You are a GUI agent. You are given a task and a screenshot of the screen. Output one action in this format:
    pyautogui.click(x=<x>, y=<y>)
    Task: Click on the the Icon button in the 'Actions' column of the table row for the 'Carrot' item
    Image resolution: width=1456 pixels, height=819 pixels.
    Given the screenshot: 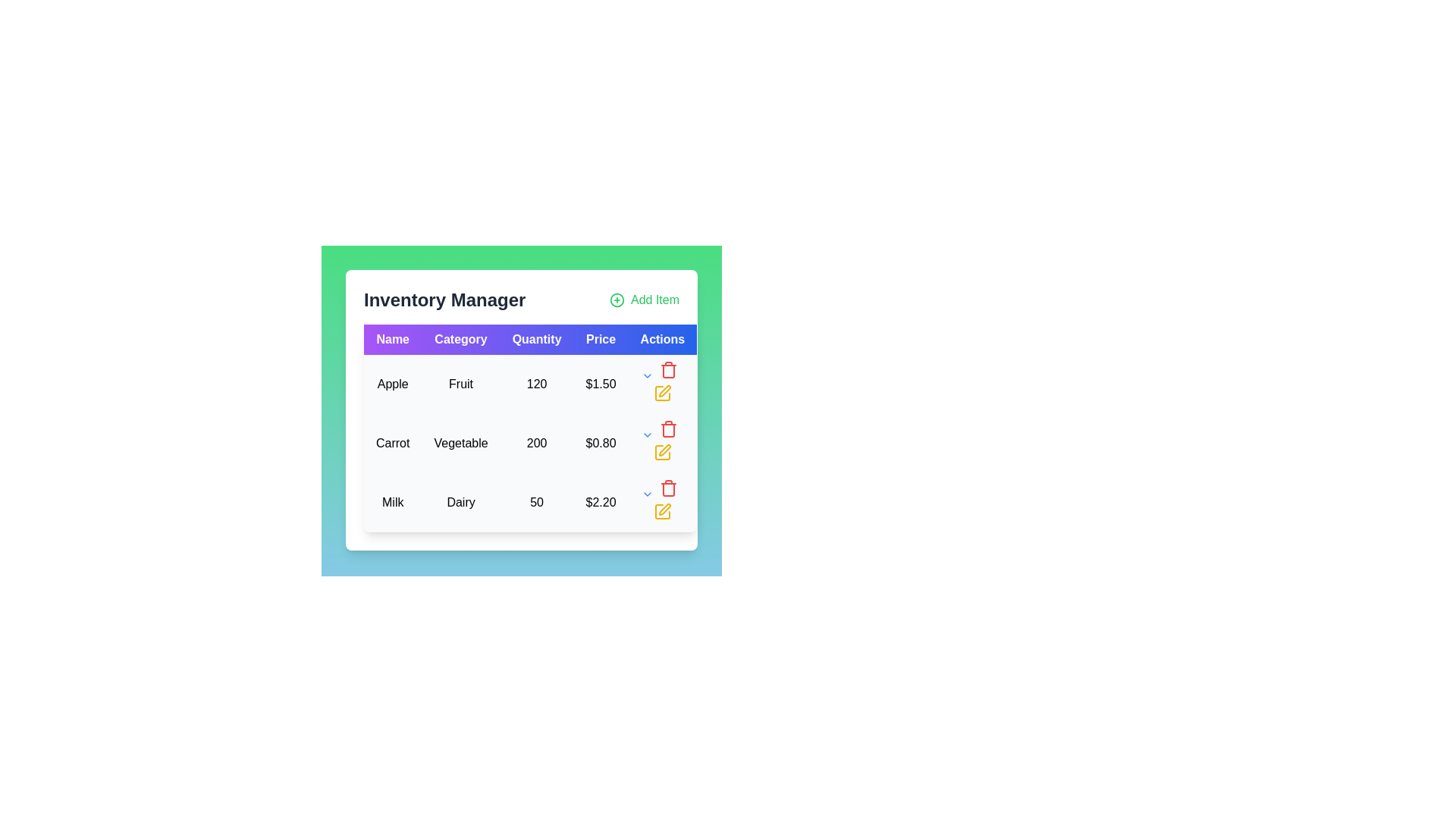 What is the action you would take?
    pyautogui.click(x=664, y=450)
    